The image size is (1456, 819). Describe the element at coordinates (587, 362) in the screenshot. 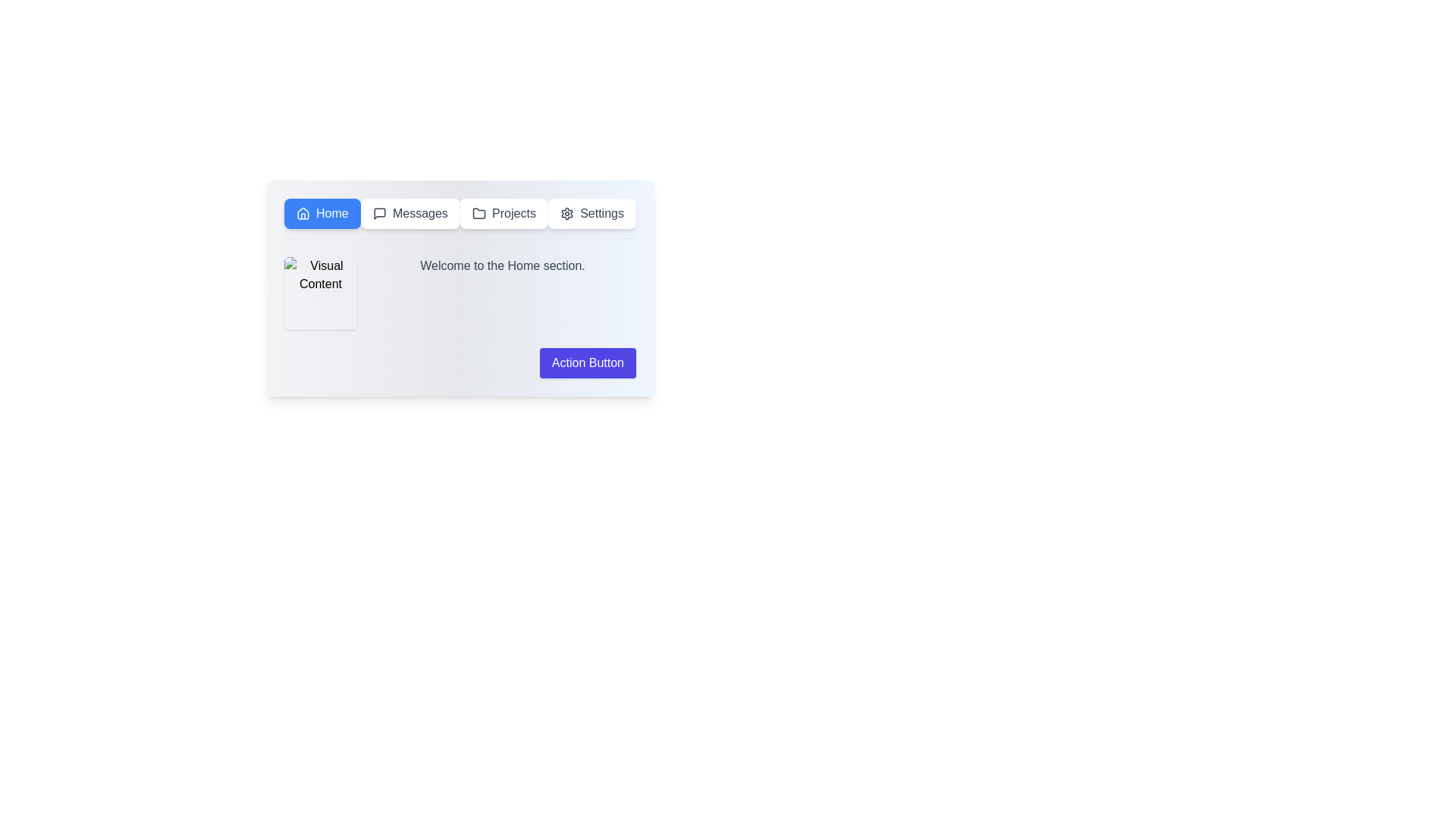

I see `the 'Action Button' which is a rectangular button with a vibrant indigo background and white text, located in the lower-right corner of the interface` at that location.